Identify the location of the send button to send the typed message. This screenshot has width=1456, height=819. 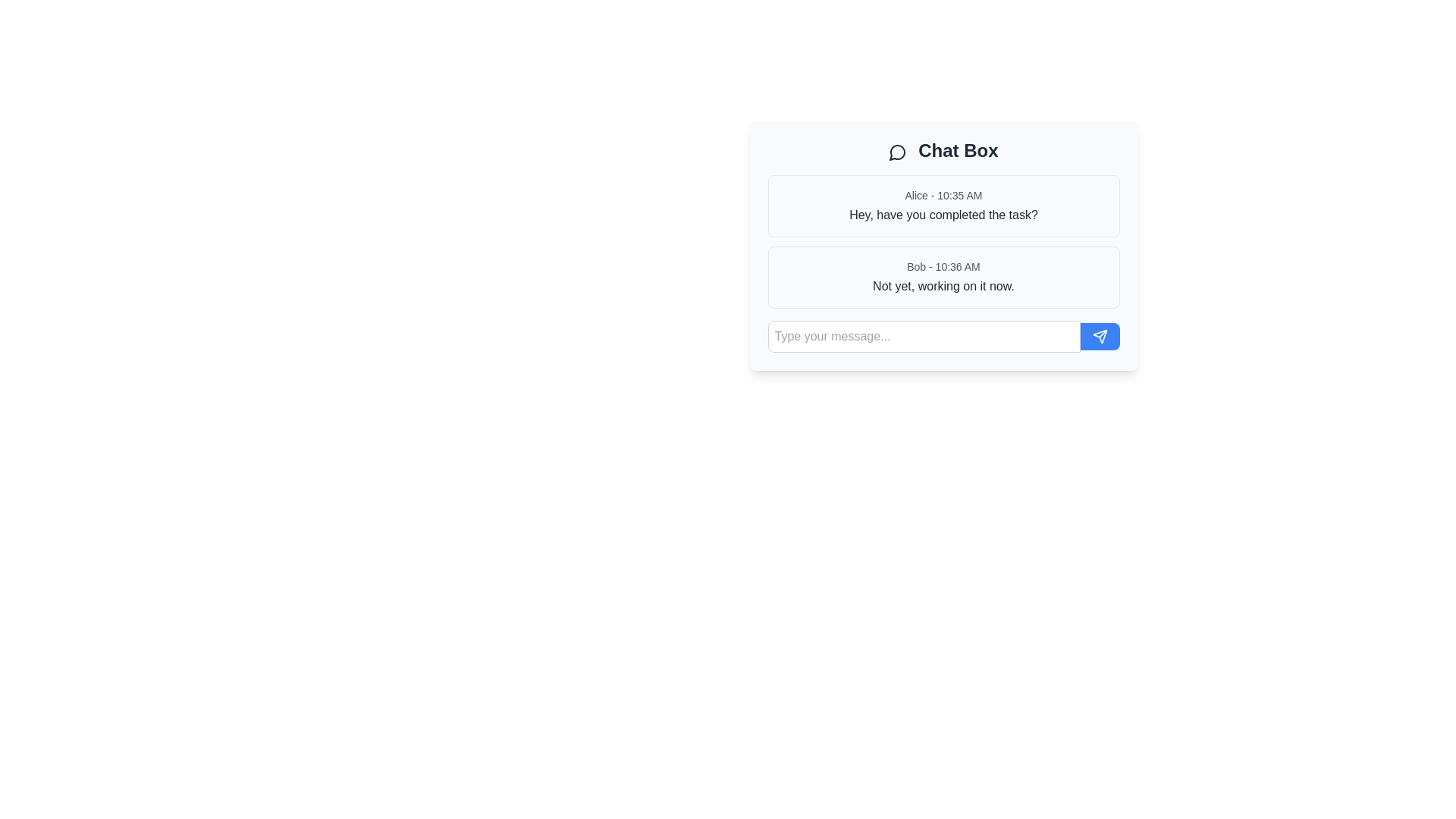
(1100, 335).